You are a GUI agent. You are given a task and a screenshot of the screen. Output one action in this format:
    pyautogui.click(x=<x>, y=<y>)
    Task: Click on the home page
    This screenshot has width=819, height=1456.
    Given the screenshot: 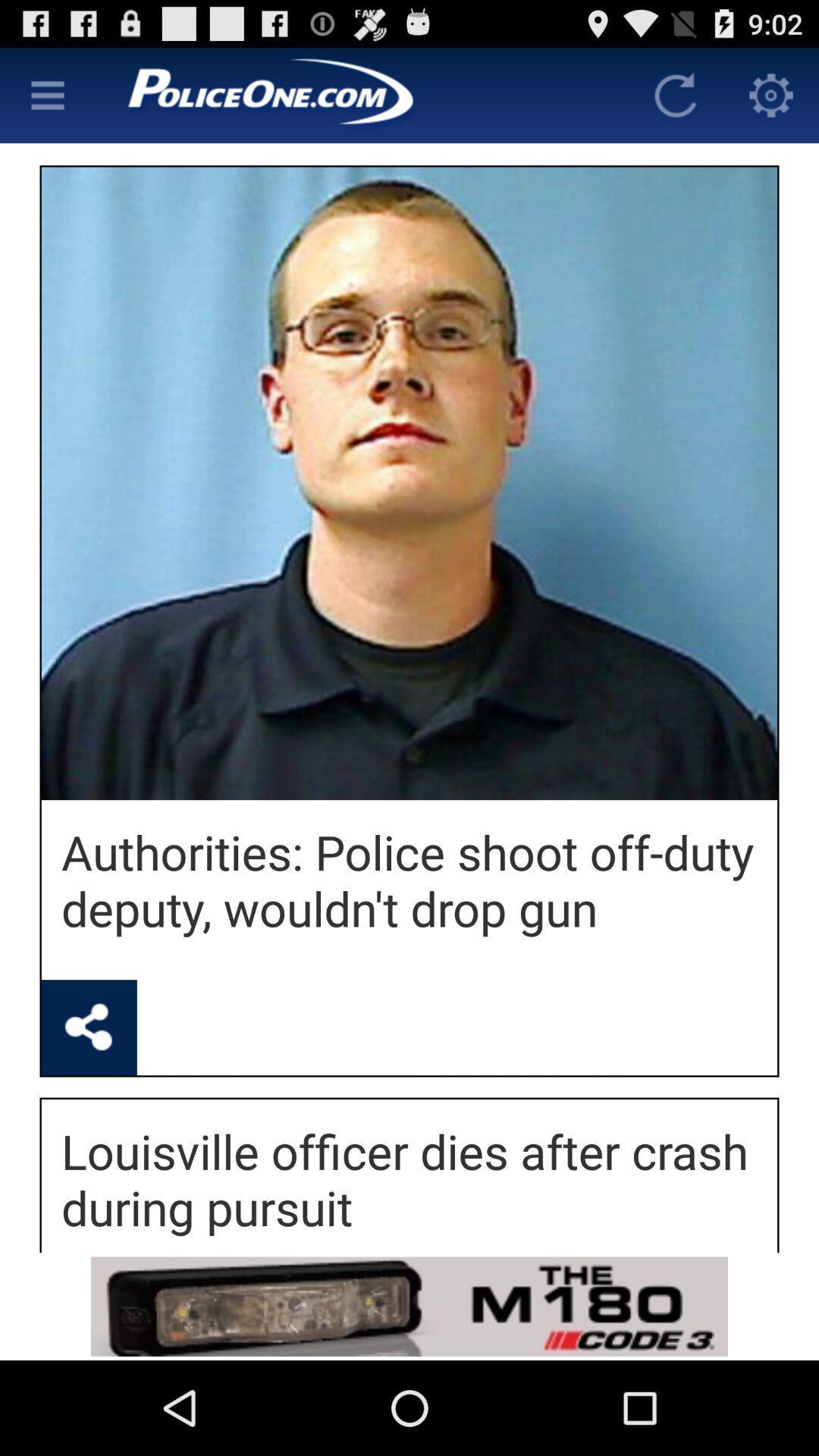 What is the action you would take?
    pyautogui.click(x=362, y=94)
    